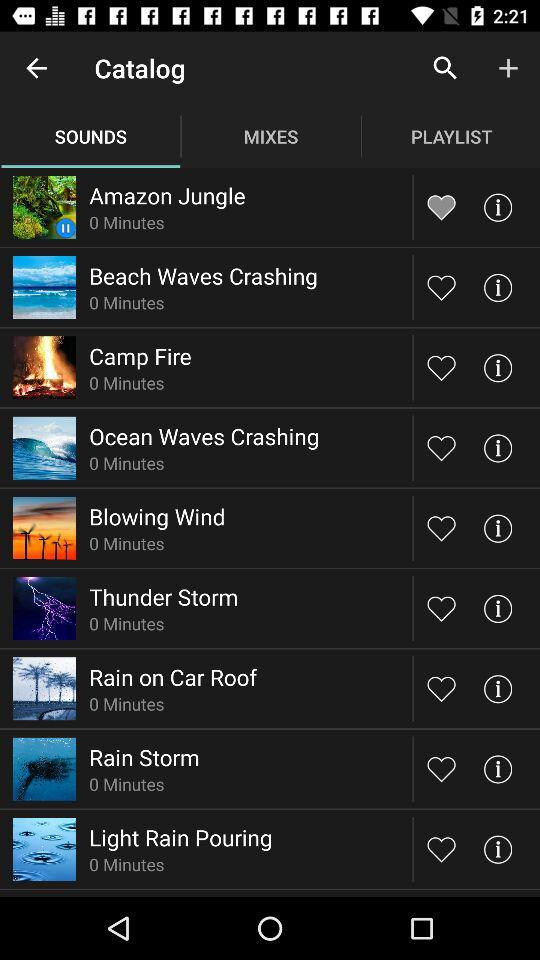  Describe the element at coordinates (496, 286) in the screenshot. I see `information option` at that location.